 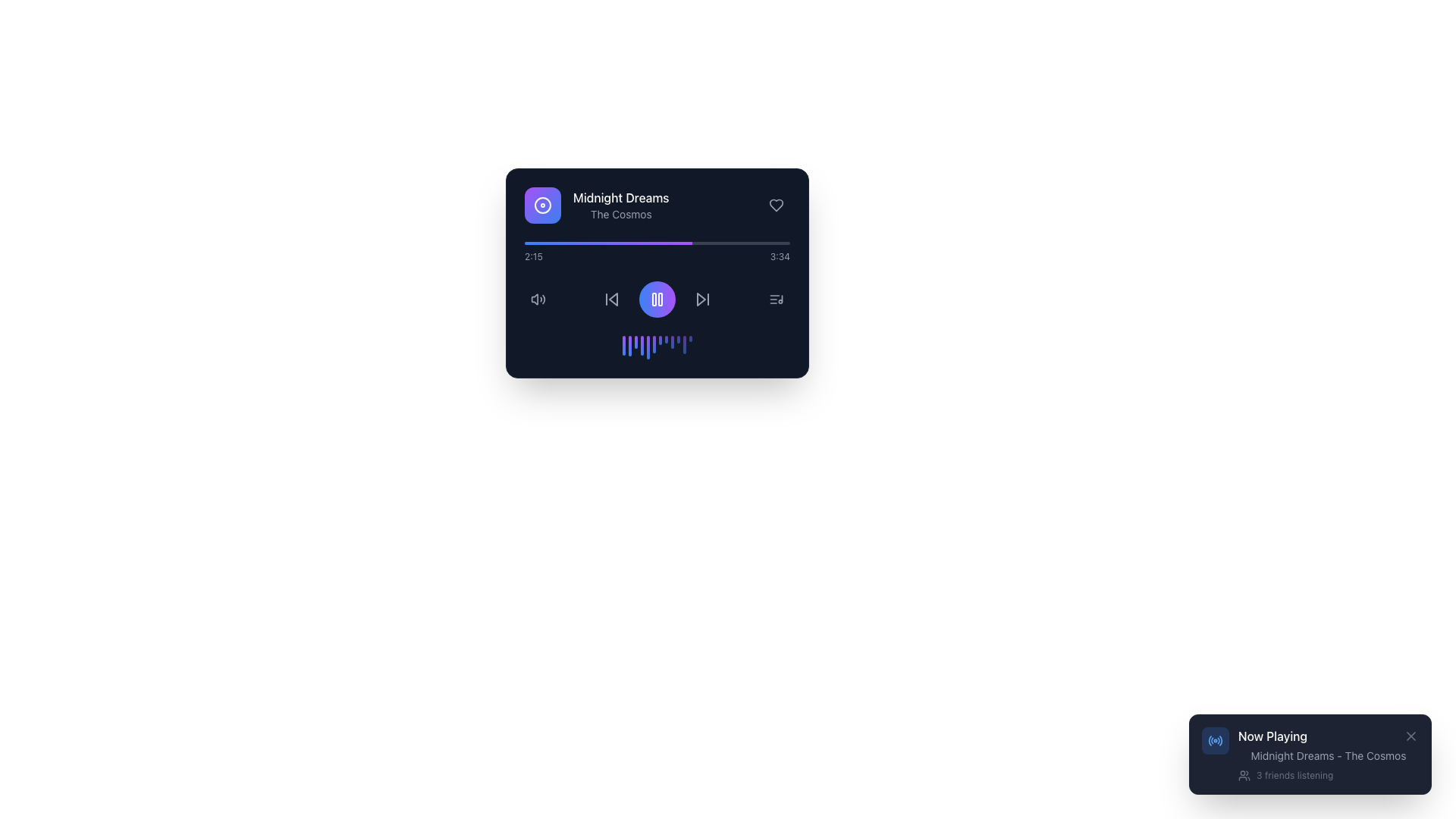 I want to click on the ninth animated vertical bar in the equalizer visualization, which indicates dynamic sound levels for ongoing audio playback, so click(x=672, y=342).